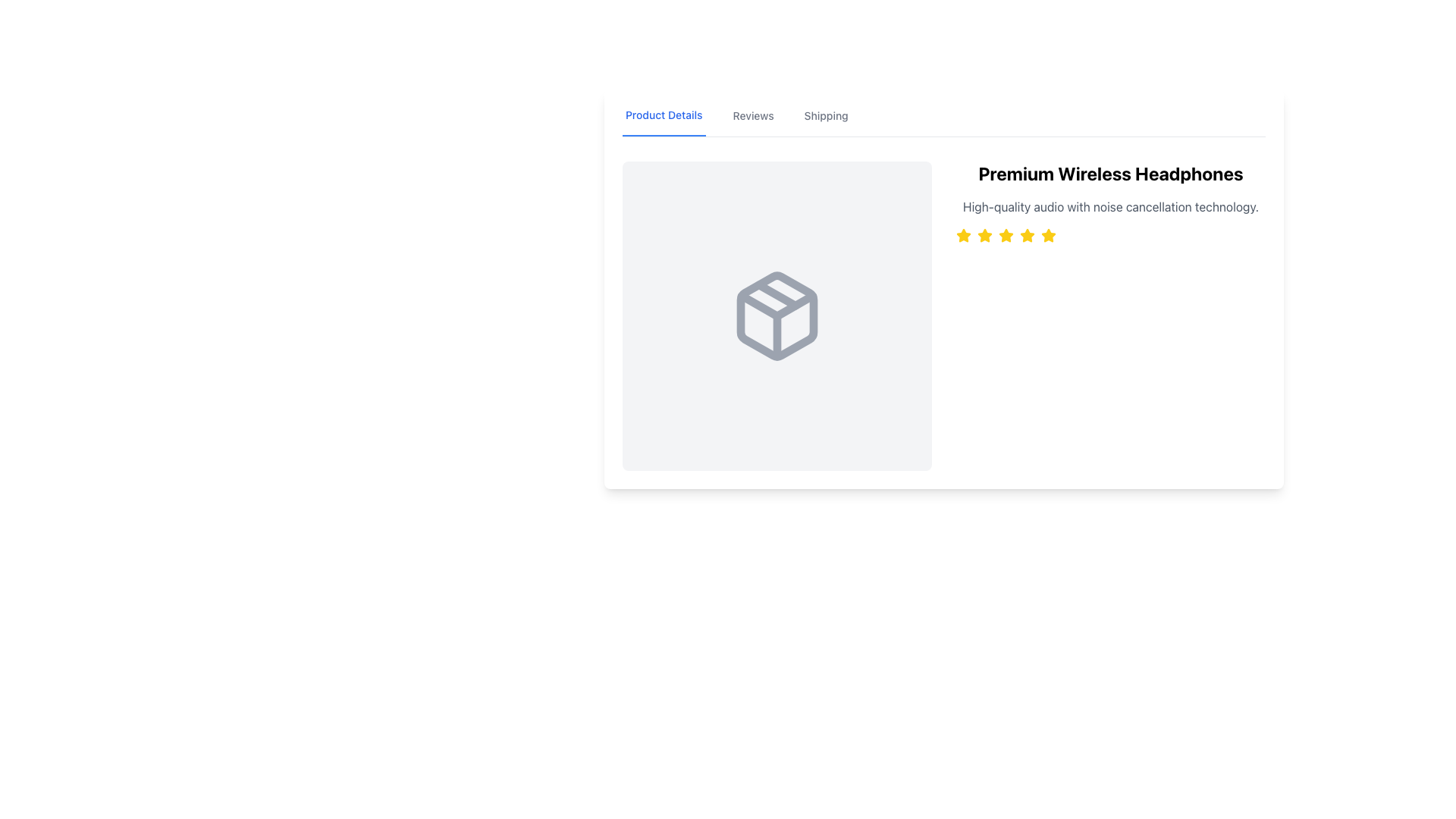  What do you see at coordinates (753, 121) in the screenshot?
I see `the 'Reviews' tab in the navigation bar to switch the displayed content to show reviews related to the product` at bounding box center [753, 121].